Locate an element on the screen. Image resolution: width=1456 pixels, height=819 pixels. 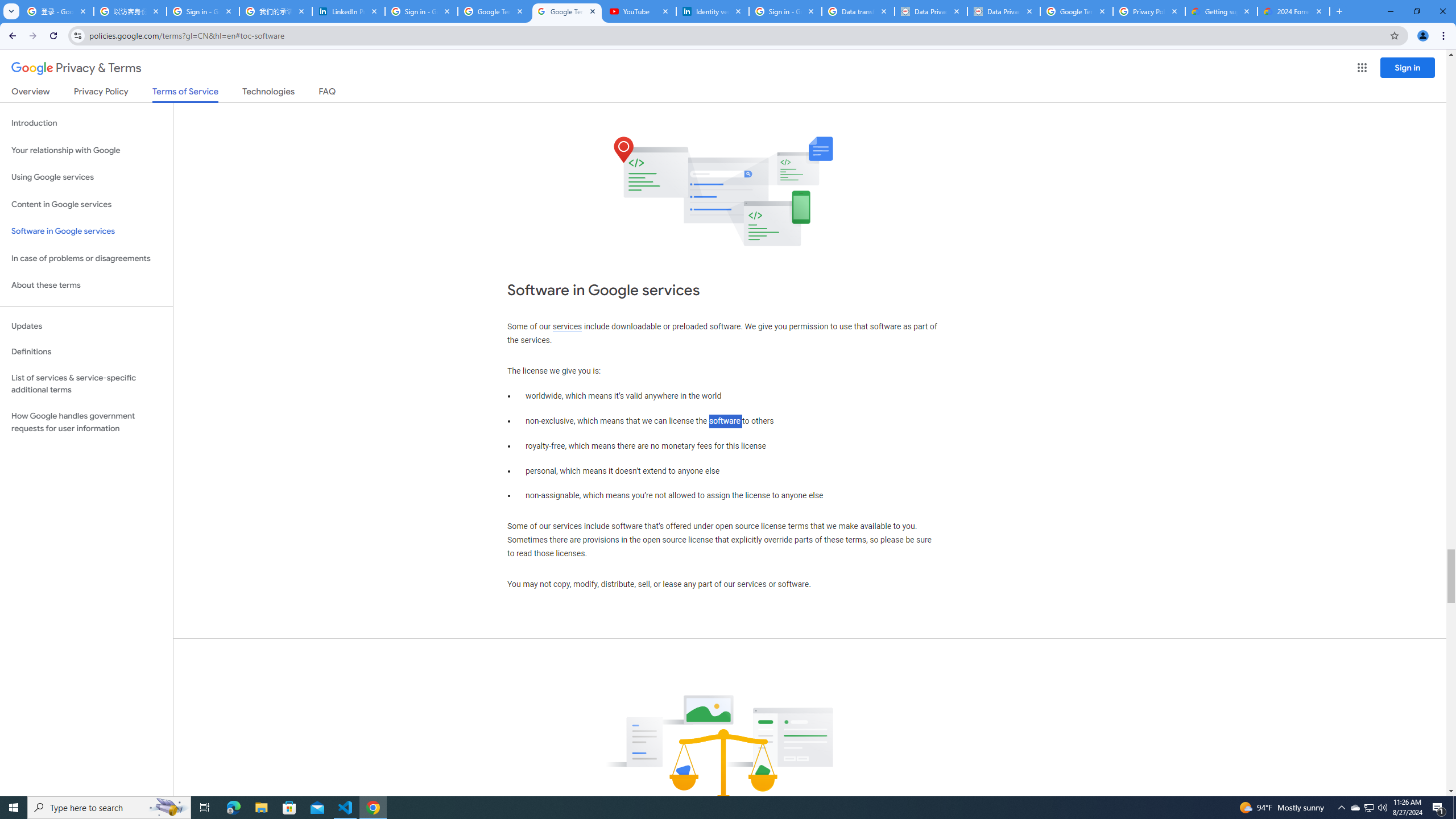
'Content in Google services' is located at coordinates (86, 205).